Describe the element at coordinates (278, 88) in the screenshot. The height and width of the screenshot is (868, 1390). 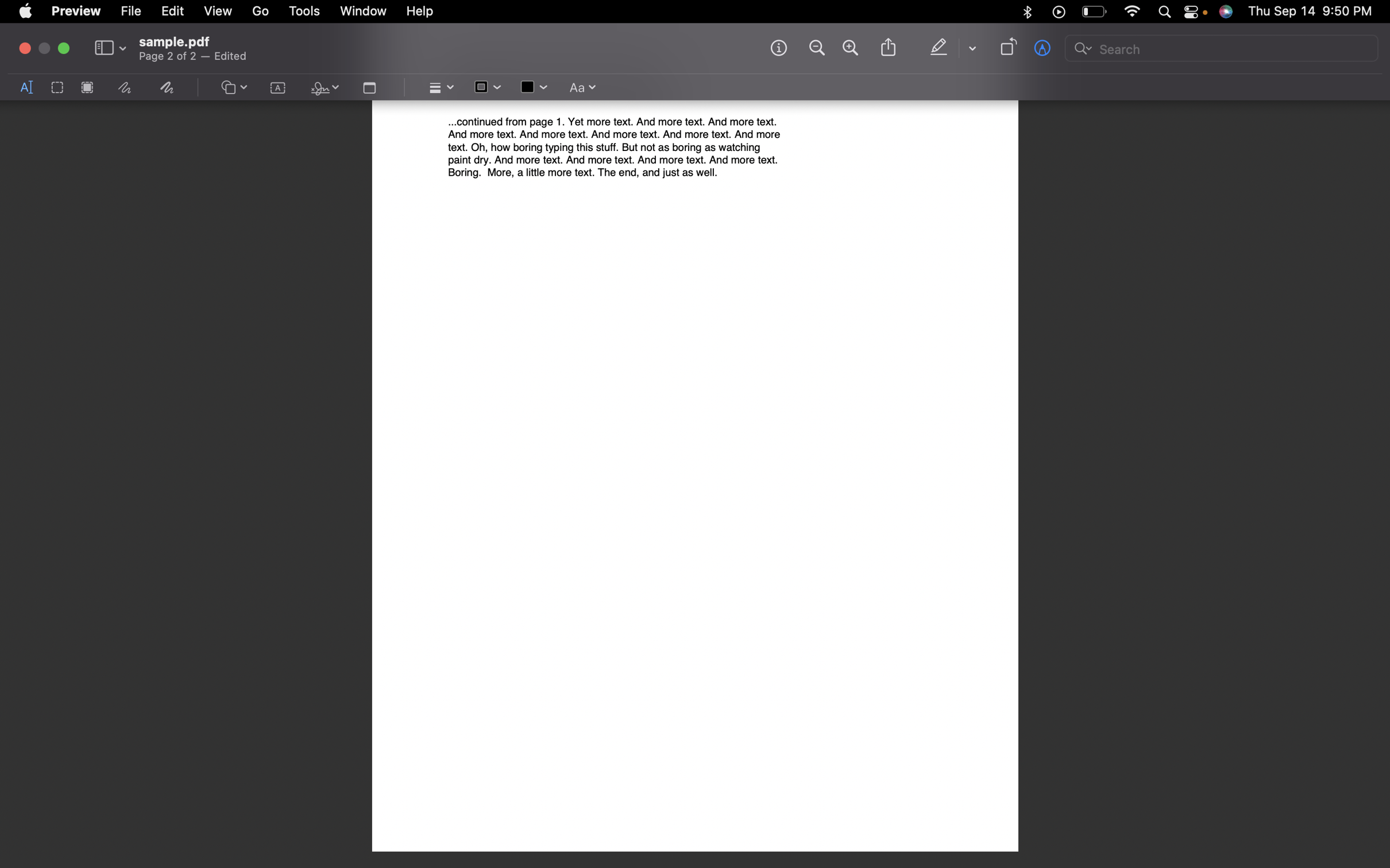
I see `Activate the text panel` at that location.